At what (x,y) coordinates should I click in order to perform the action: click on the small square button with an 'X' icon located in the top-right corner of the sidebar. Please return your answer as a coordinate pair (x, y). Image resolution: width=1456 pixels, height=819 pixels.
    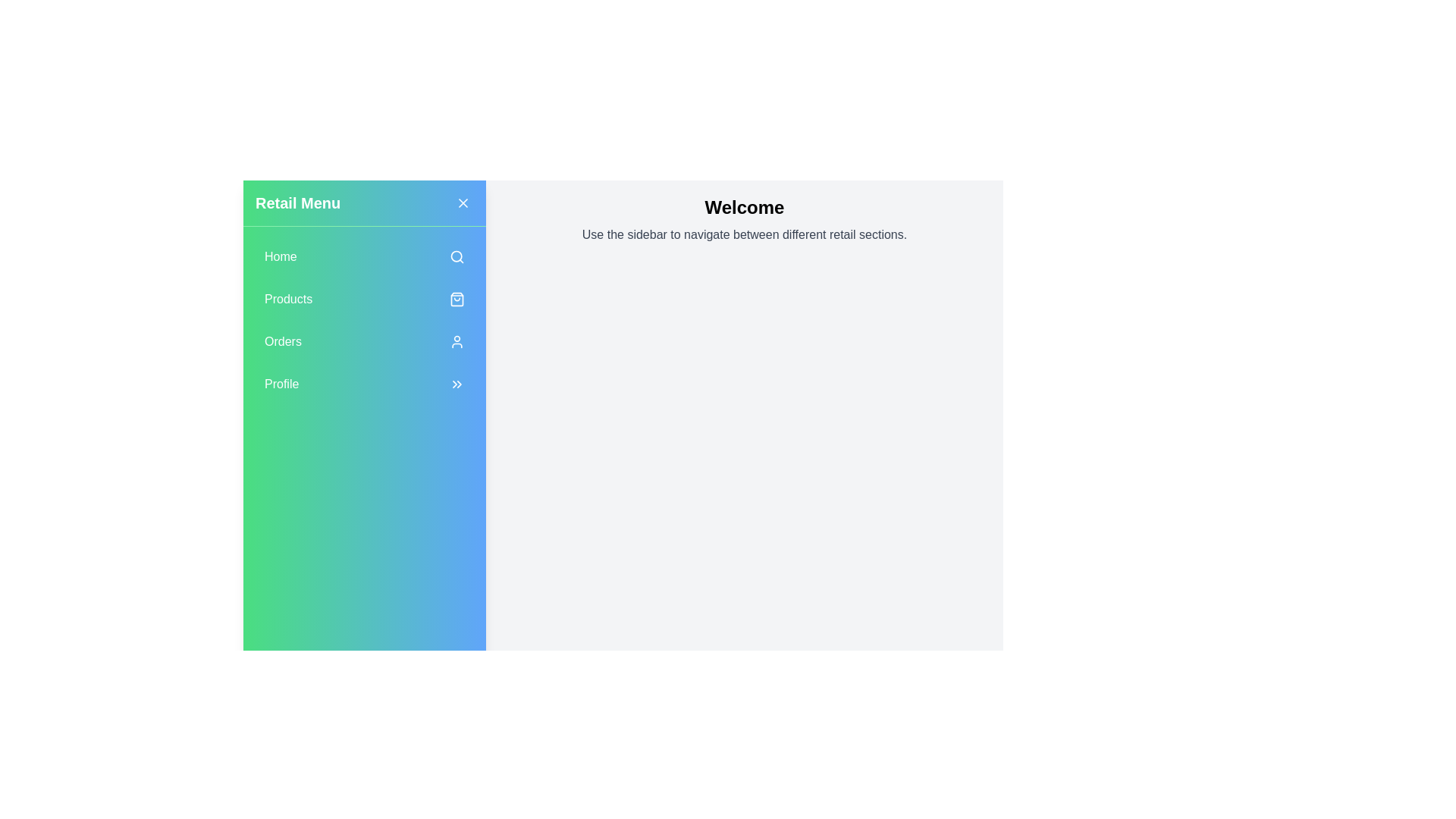
    Looking at the image, I should click on (462, 202).